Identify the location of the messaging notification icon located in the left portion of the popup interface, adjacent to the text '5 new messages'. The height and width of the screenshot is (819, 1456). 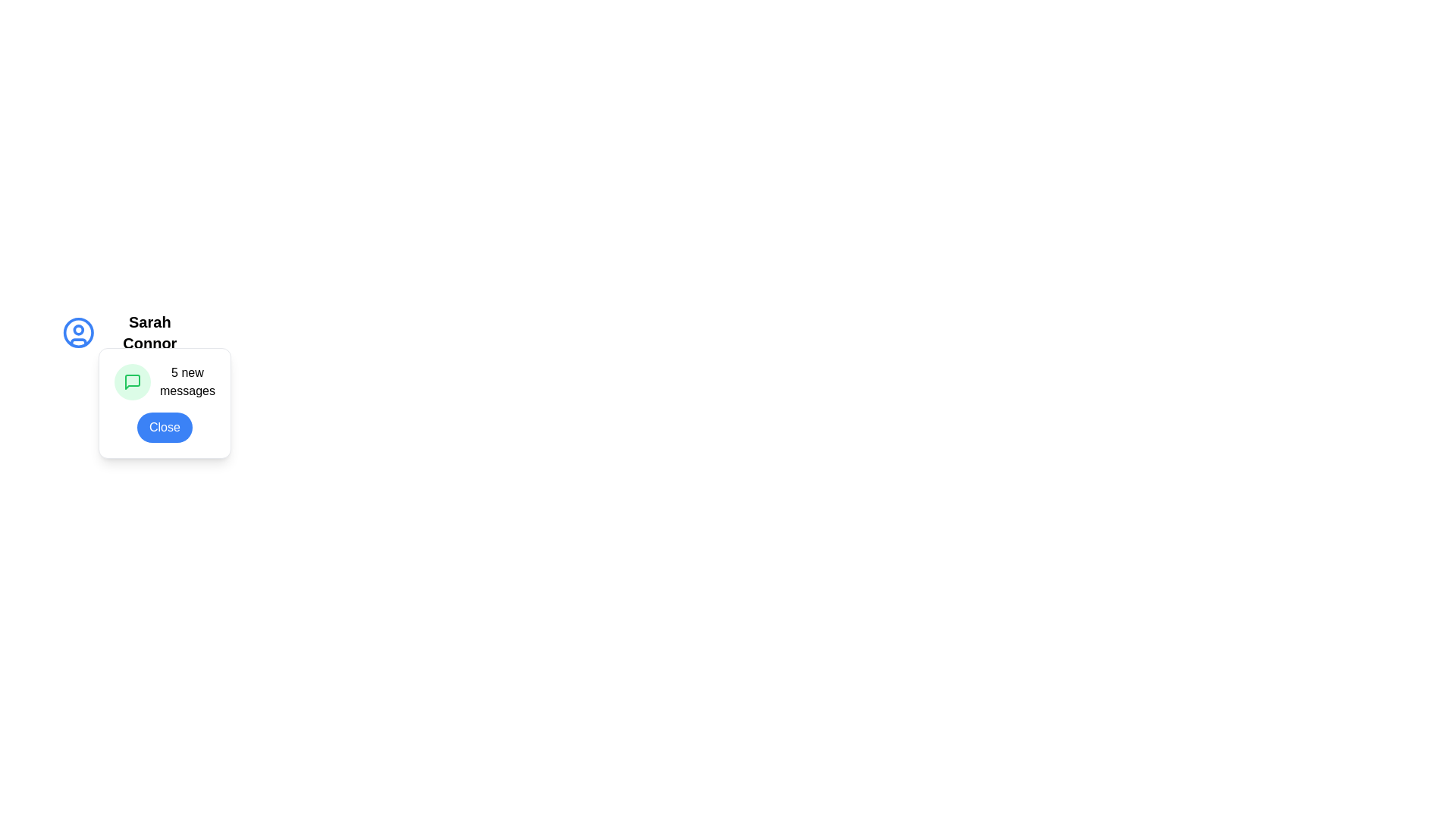
(132, 381).